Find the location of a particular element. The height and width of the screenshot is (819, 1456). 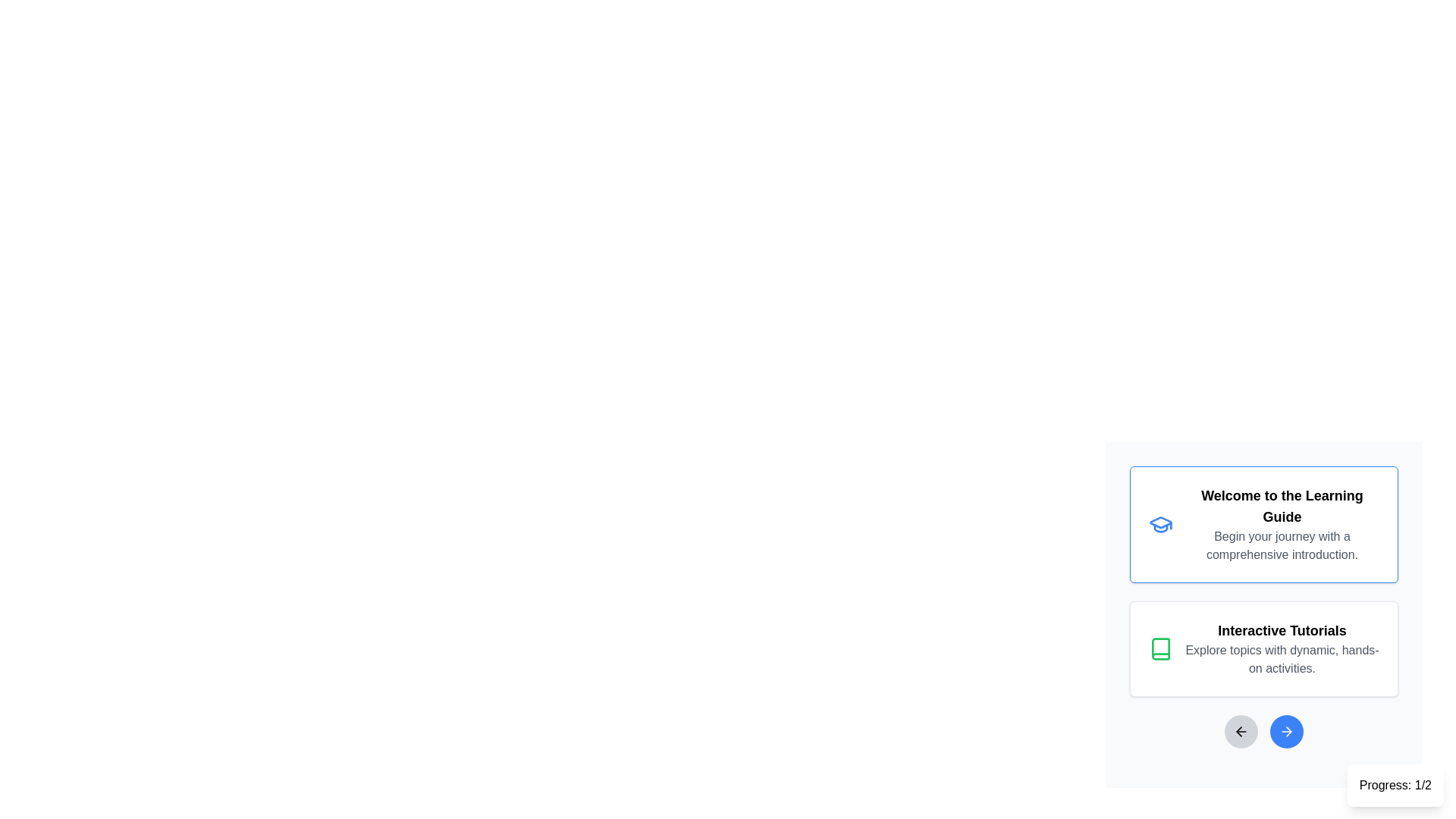

the Text Block element with a white background and blue border that contains the text 'Welcome to the Learning Guide' and 'Begin your journey with a comprehensive introduction' is located at coordinates (1281, 523).